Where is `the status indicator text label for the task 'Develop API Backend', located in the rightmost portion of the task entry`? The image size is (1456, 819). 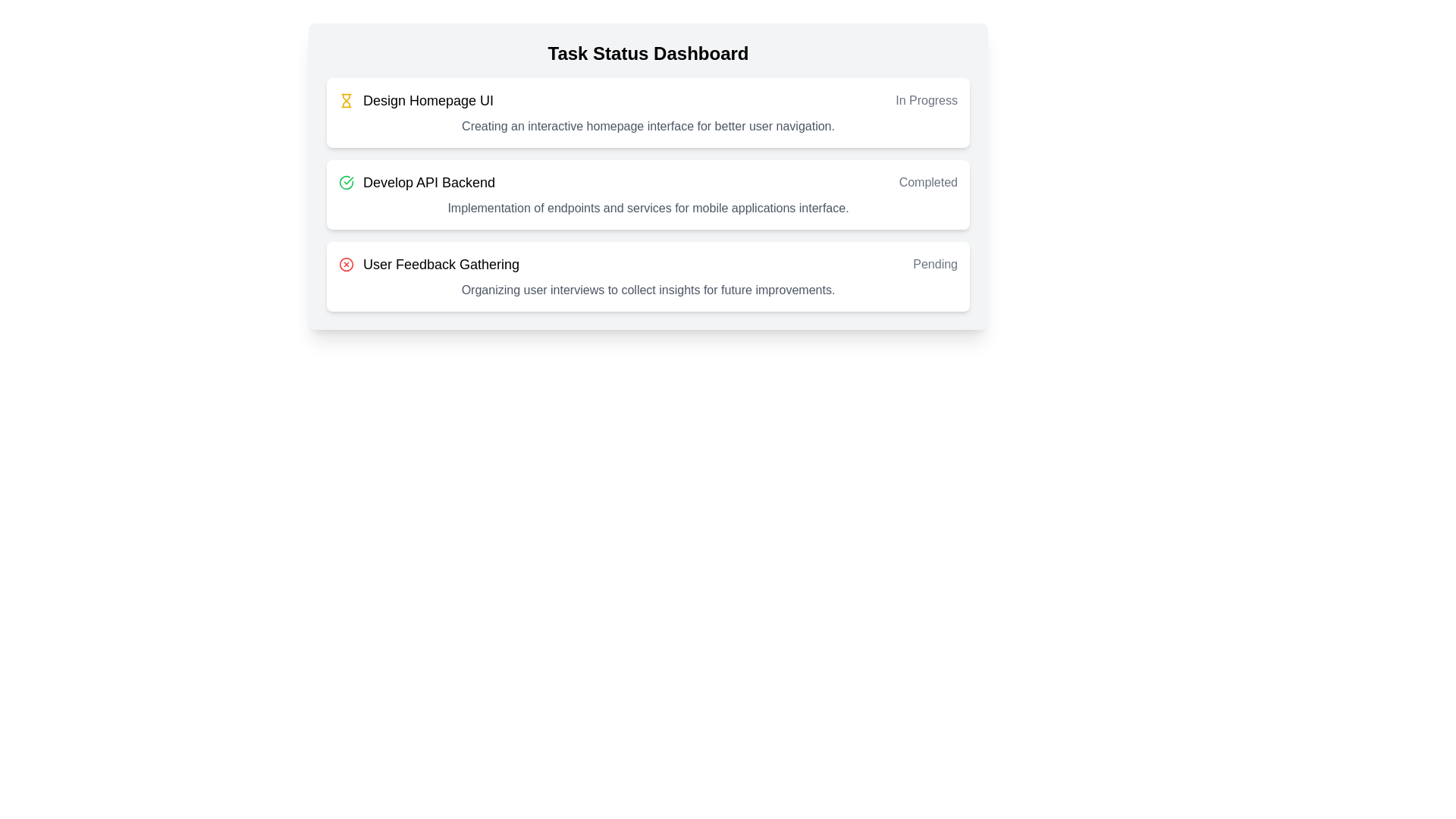 the status indicator text label for the task 'Develop API Backend', located in the rightmost portion of the task entry is located at coordinates (927, 181).